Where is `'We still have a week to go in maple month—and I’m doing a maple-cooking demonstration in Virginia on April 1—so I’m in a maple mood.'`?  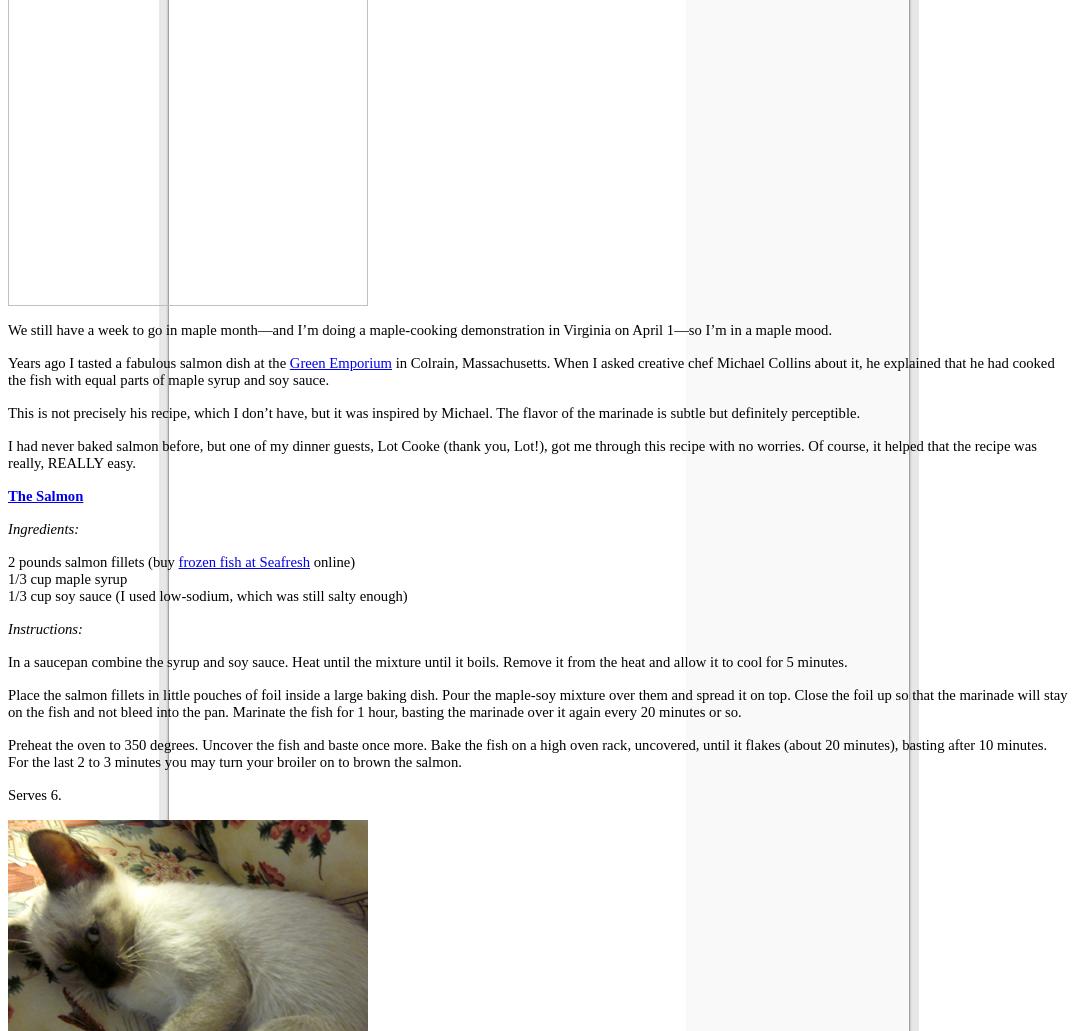
'We still have a week to go in maple month—and I’m doing a maple-cooking demonstration in Virginia on April 1—so I’m in a maple mood.' is located at coordinates (419, 327).